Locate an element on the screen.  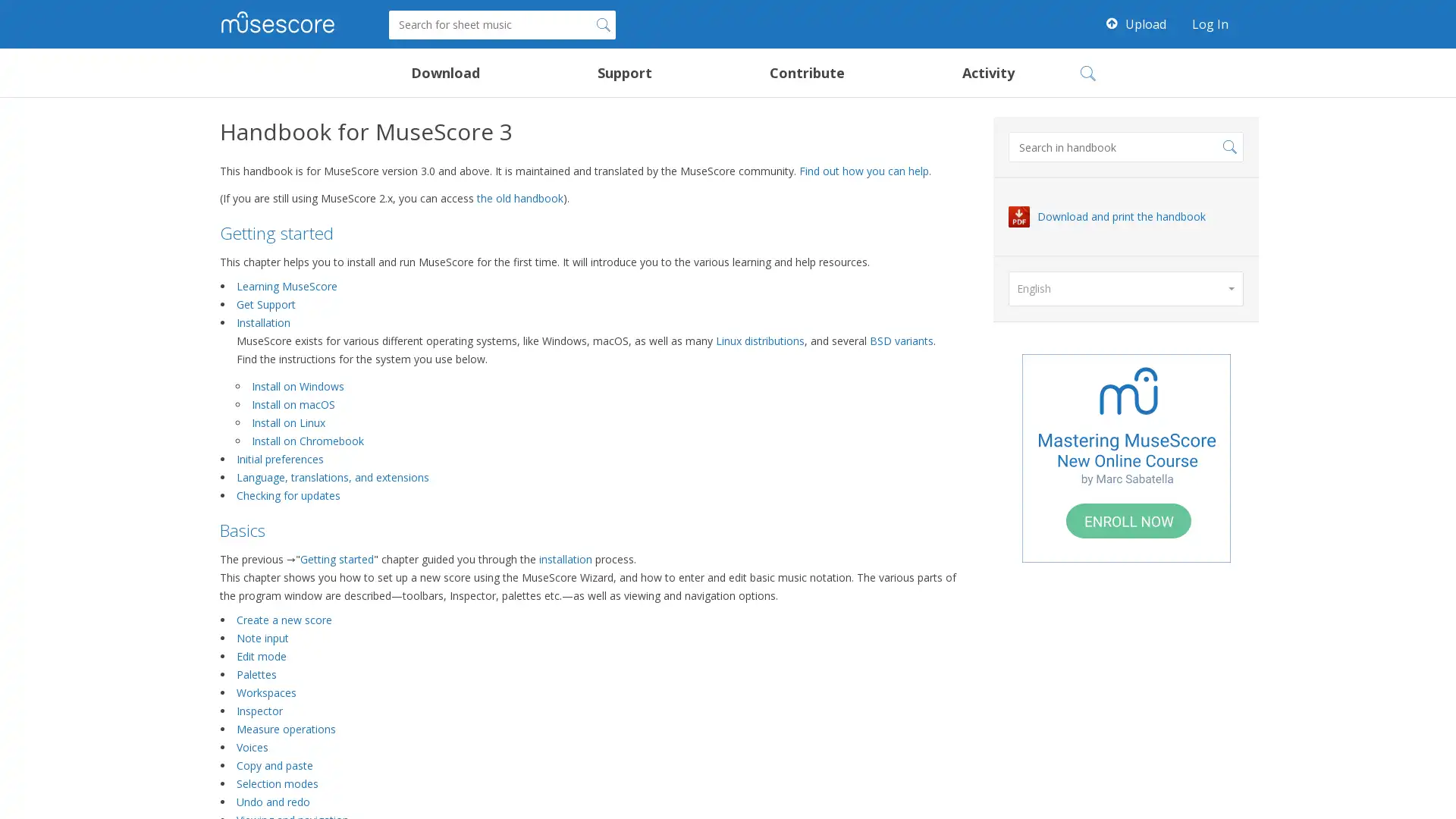
Search is located at coordinates (603, 25).